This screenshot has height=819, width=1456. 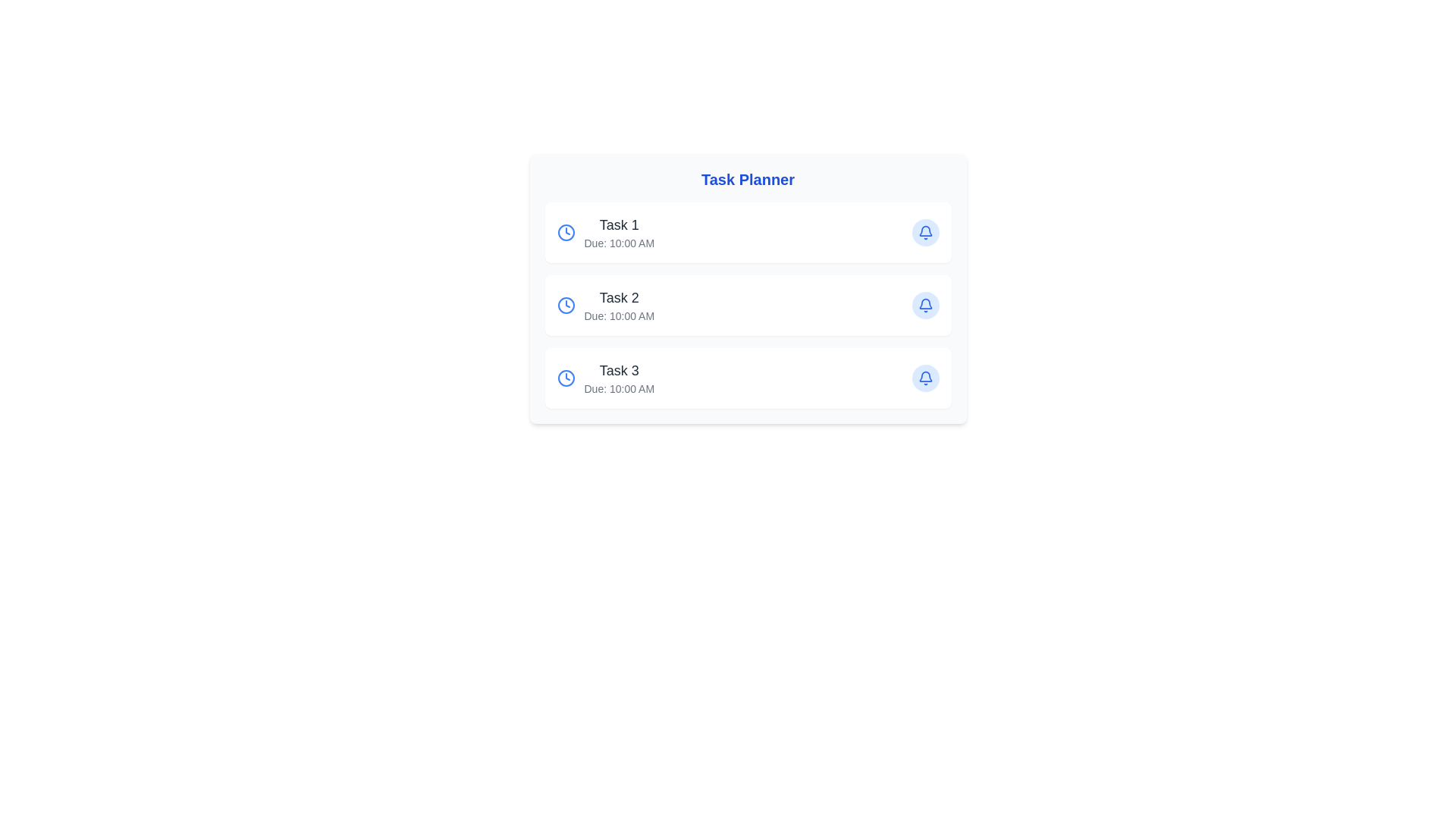 I want to click on due time displayed in the text label showing 'Due: 10:00 AM', located below 'Task 1' in the first task card of the 'Task Planner', so click(x=619, y=242).